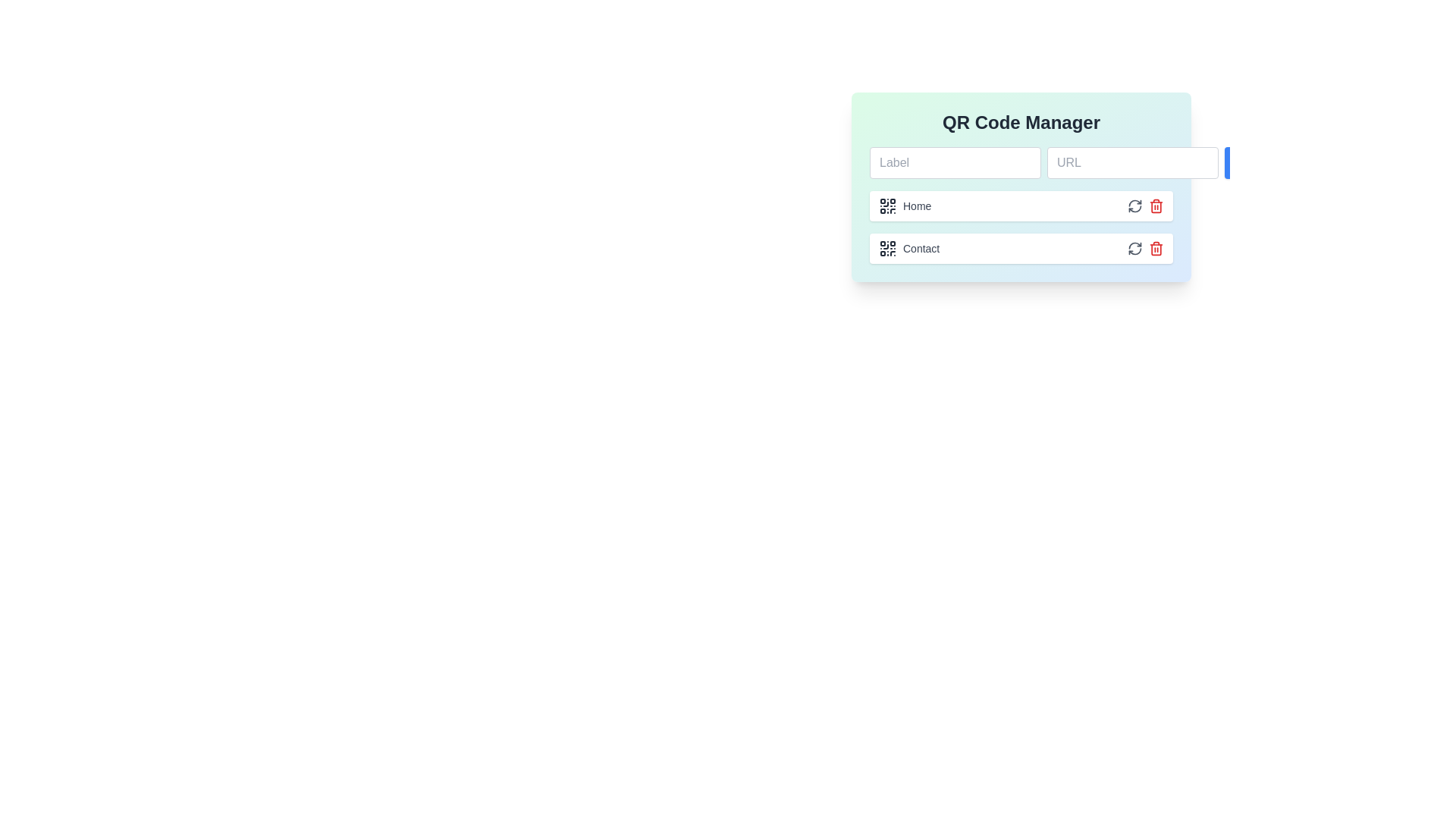 The width and height of the screenshot is (1456, 819). Describe the element at coordinates (1242, 163) in the screenshot. I see `the circular button with a plus sign located in the upper-right corner of the 'QR Code Manager' interface` at that location.